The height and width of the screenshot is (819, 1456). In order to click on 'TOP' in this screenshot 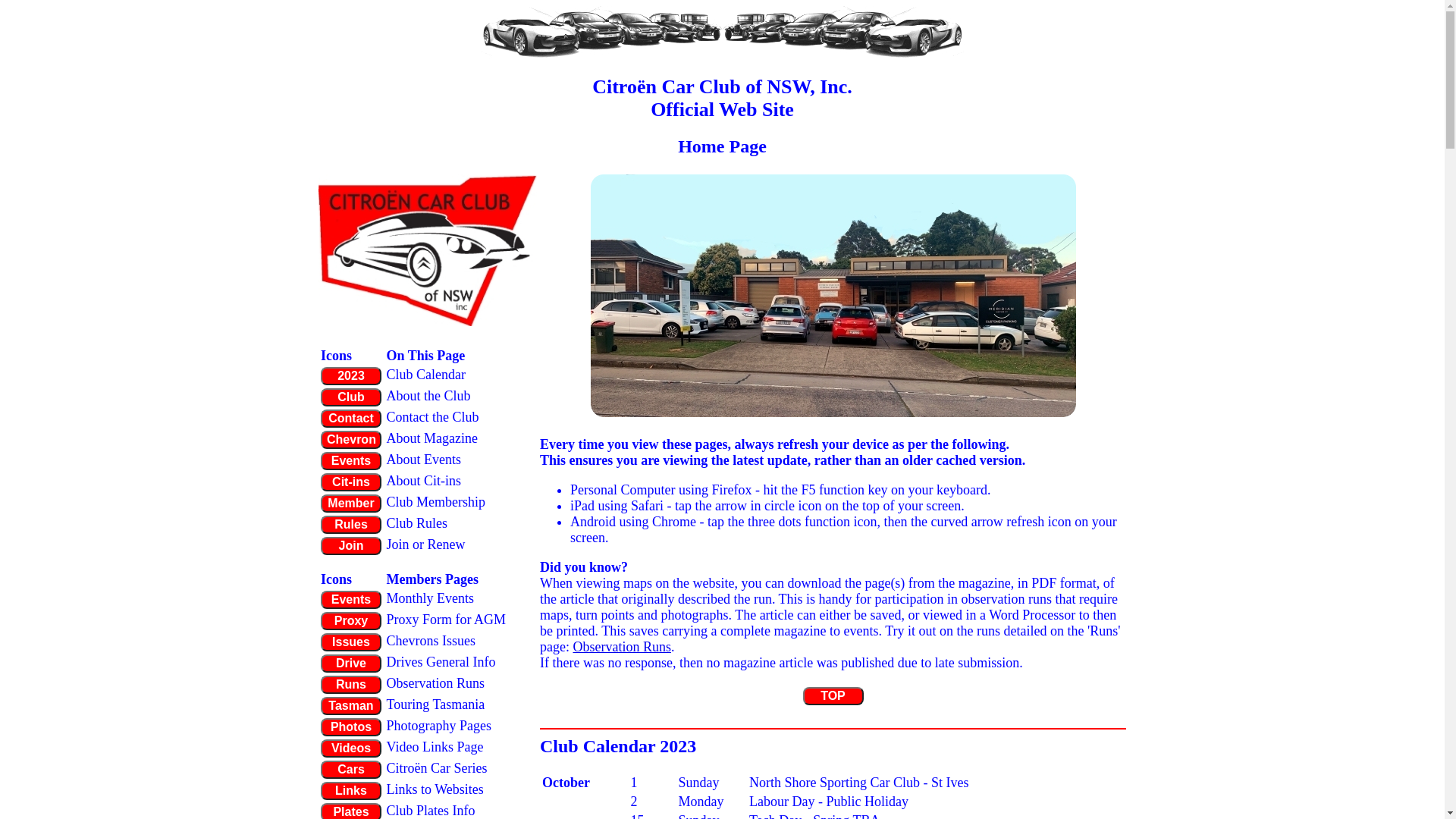, I will do `click(801, 696)`.